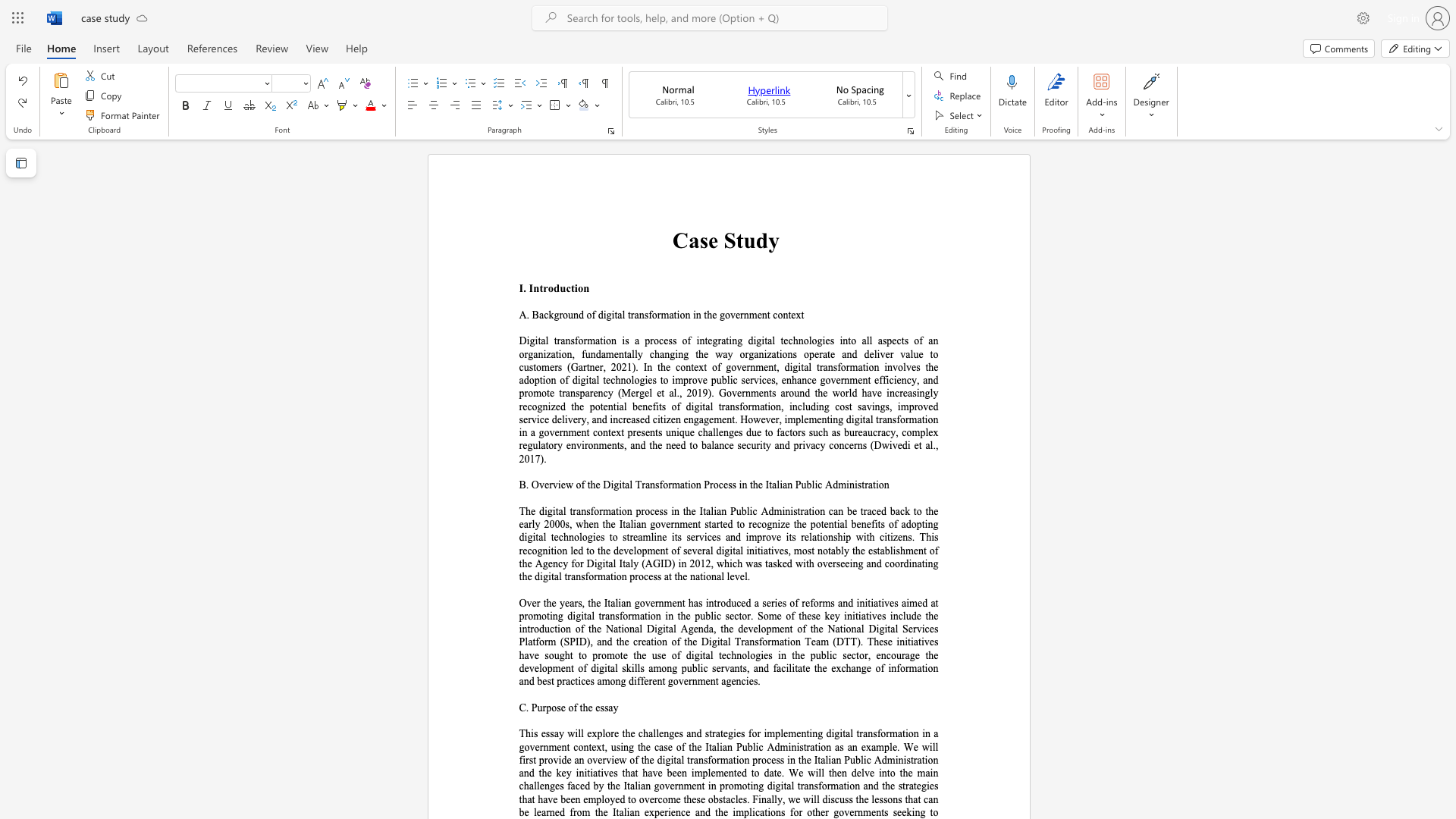  Describe the element at coordinates (779, 667) in the screenshot. I see `the 3th character "a" in the text` at that location.